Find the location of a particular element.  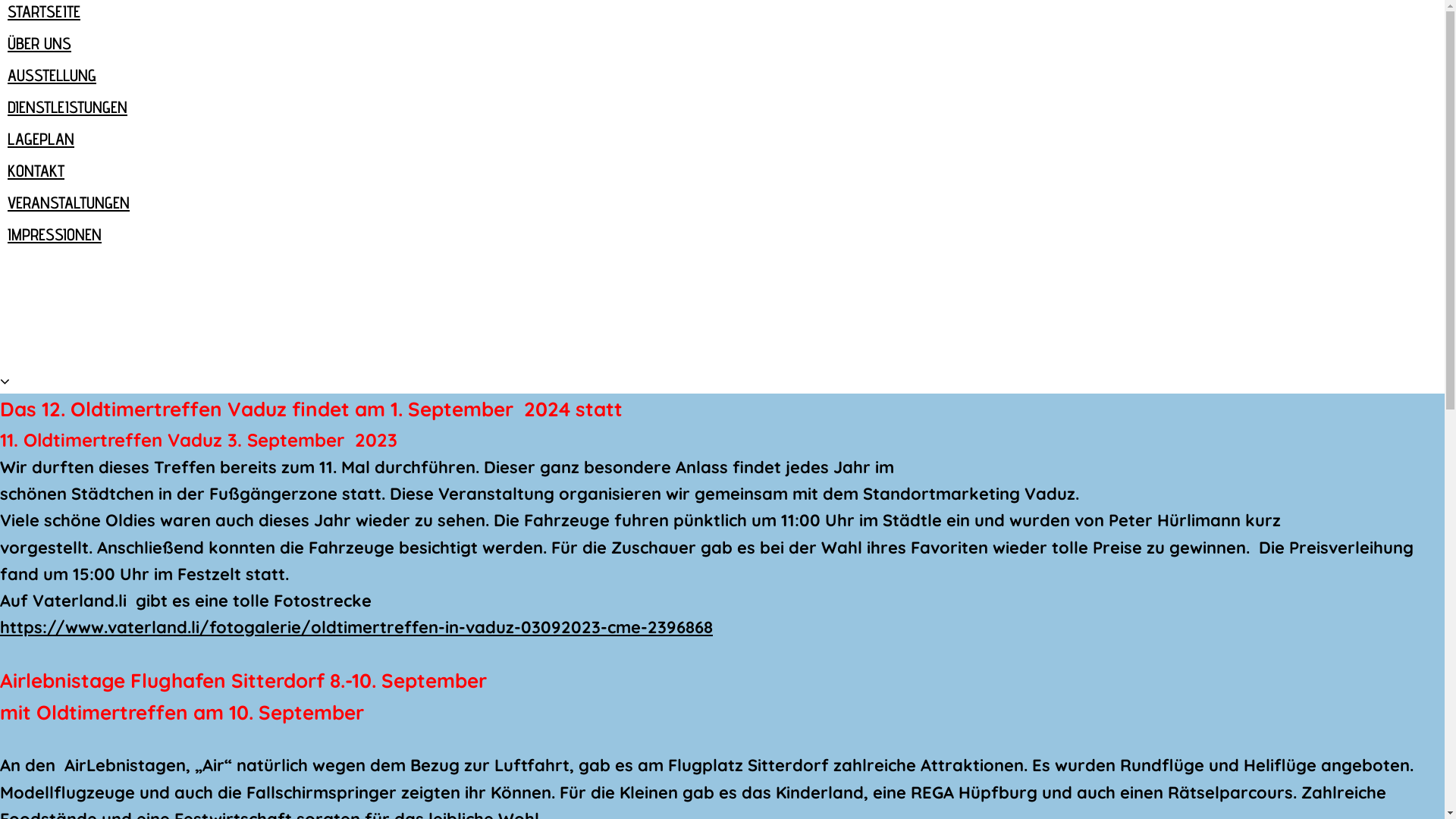

'VERANSTALTUNGEN' is located at coordinates (67, 201).